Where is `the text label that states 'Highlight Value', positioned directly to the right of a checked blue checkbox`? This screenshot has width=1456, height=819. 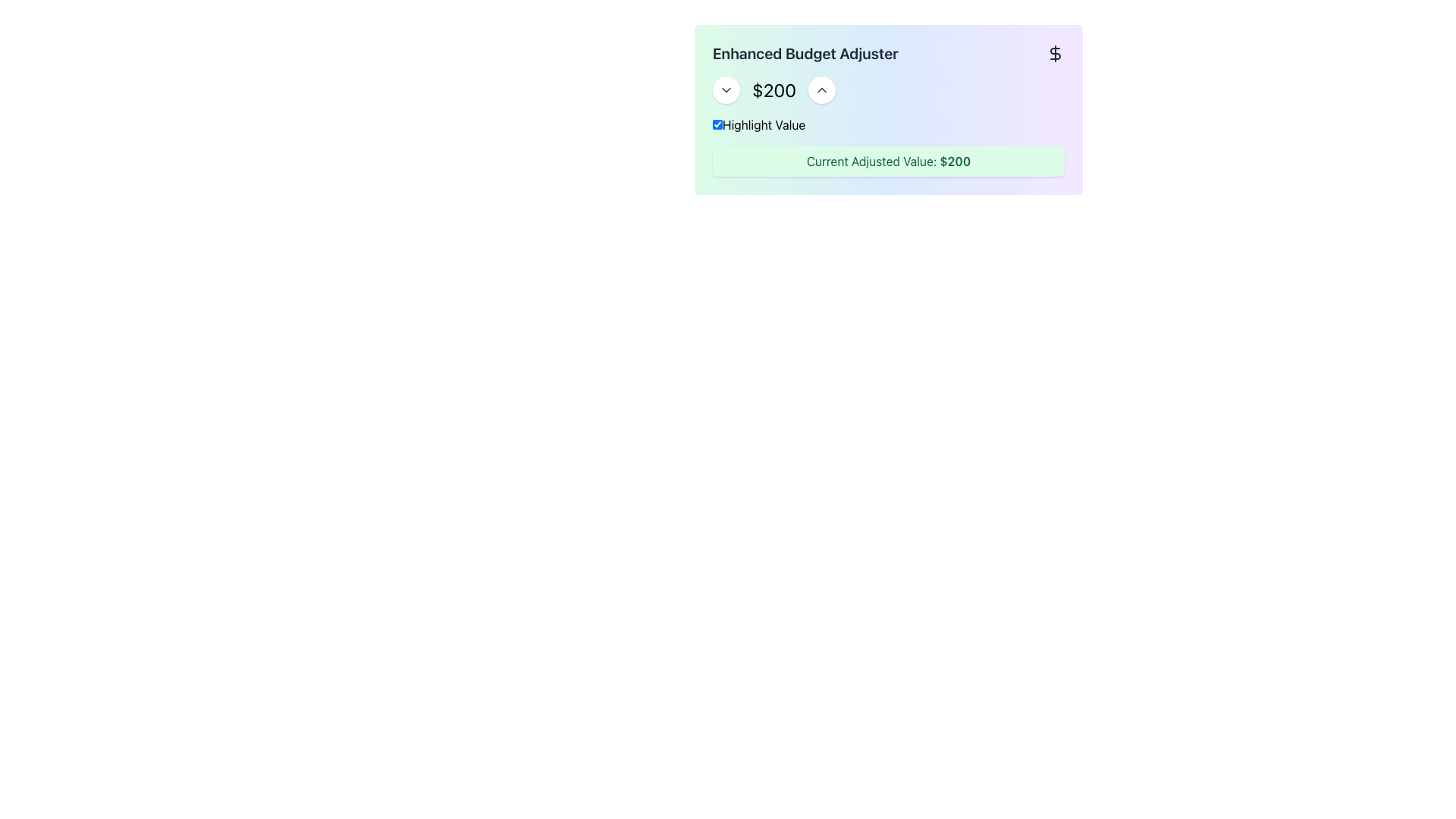 the text label that states 'Highlight Value', positioned directly to the right of a checked blue checkbox is located at coordinates (759, 124).